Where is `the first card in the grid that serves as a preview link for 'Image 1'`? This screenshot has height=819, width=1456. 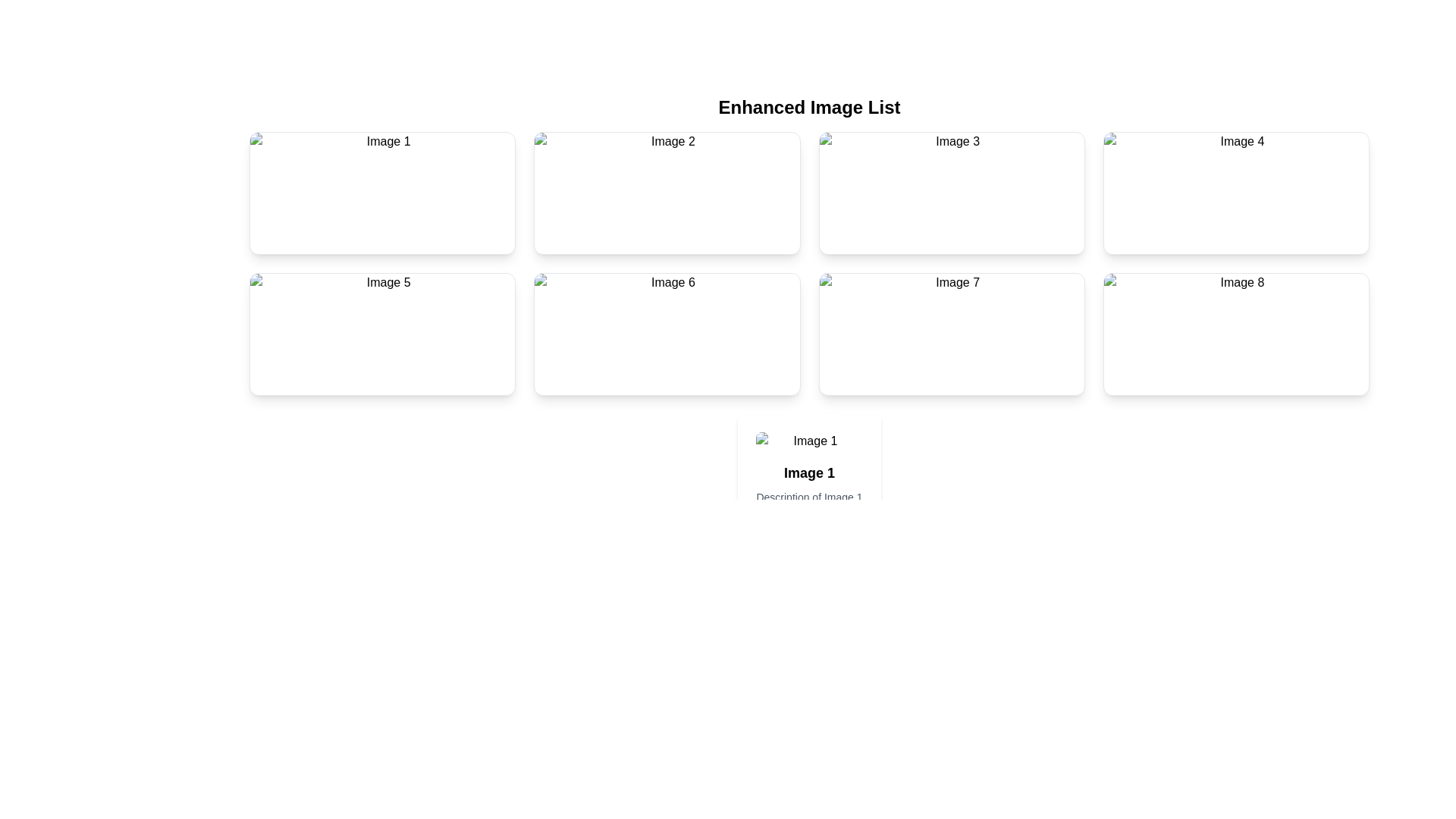 the first card in the grid that serves as a preview link for 'Image 1' is located at coordinates (382, 192).